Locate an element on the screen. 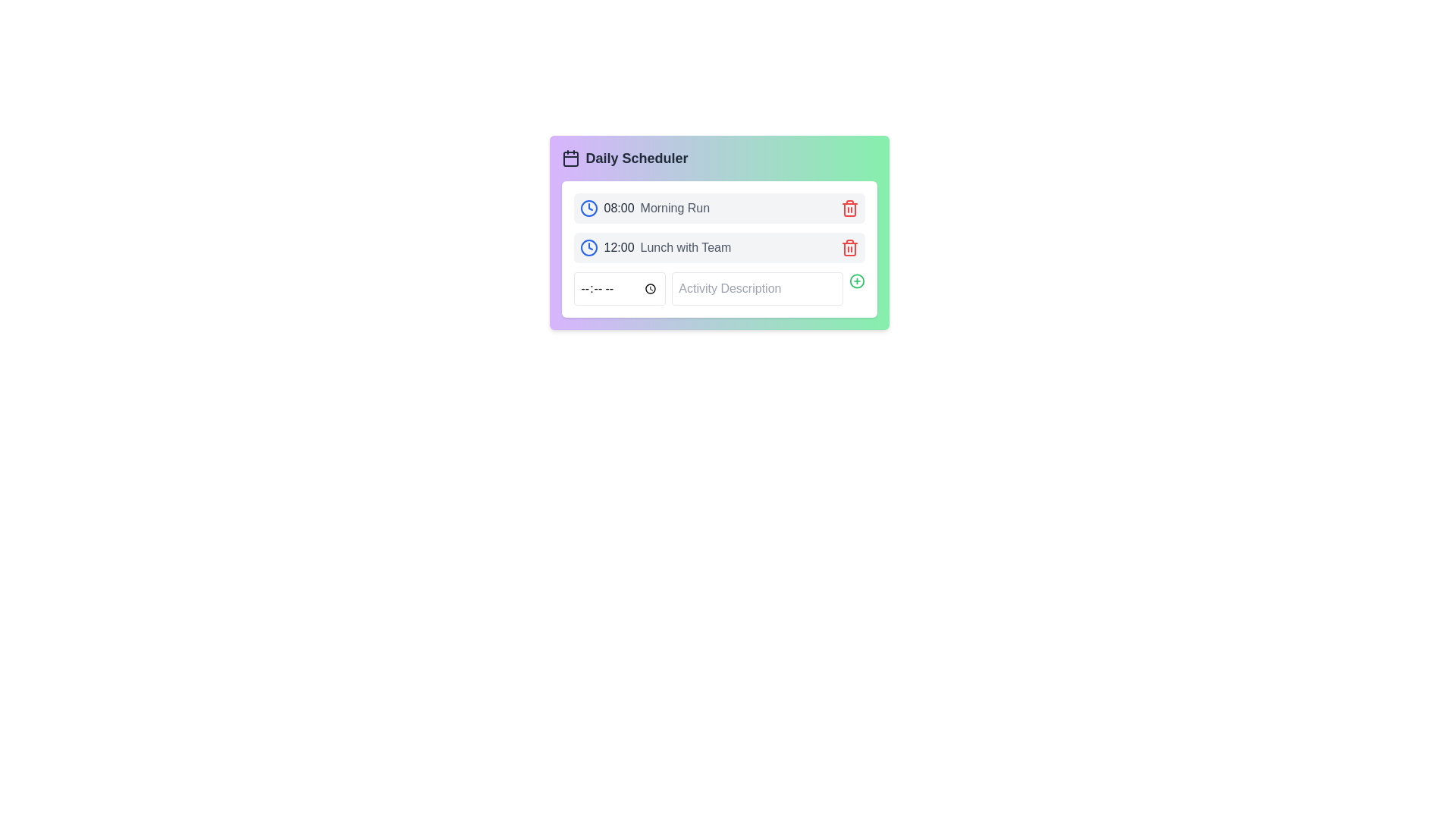 The image size is (1456, 819). the blue clock icon located to the left of the text '12:00 Lunch with Team', which is the leftmost element in the row representing the event at 12:00 is located at coordinates (588, 247).